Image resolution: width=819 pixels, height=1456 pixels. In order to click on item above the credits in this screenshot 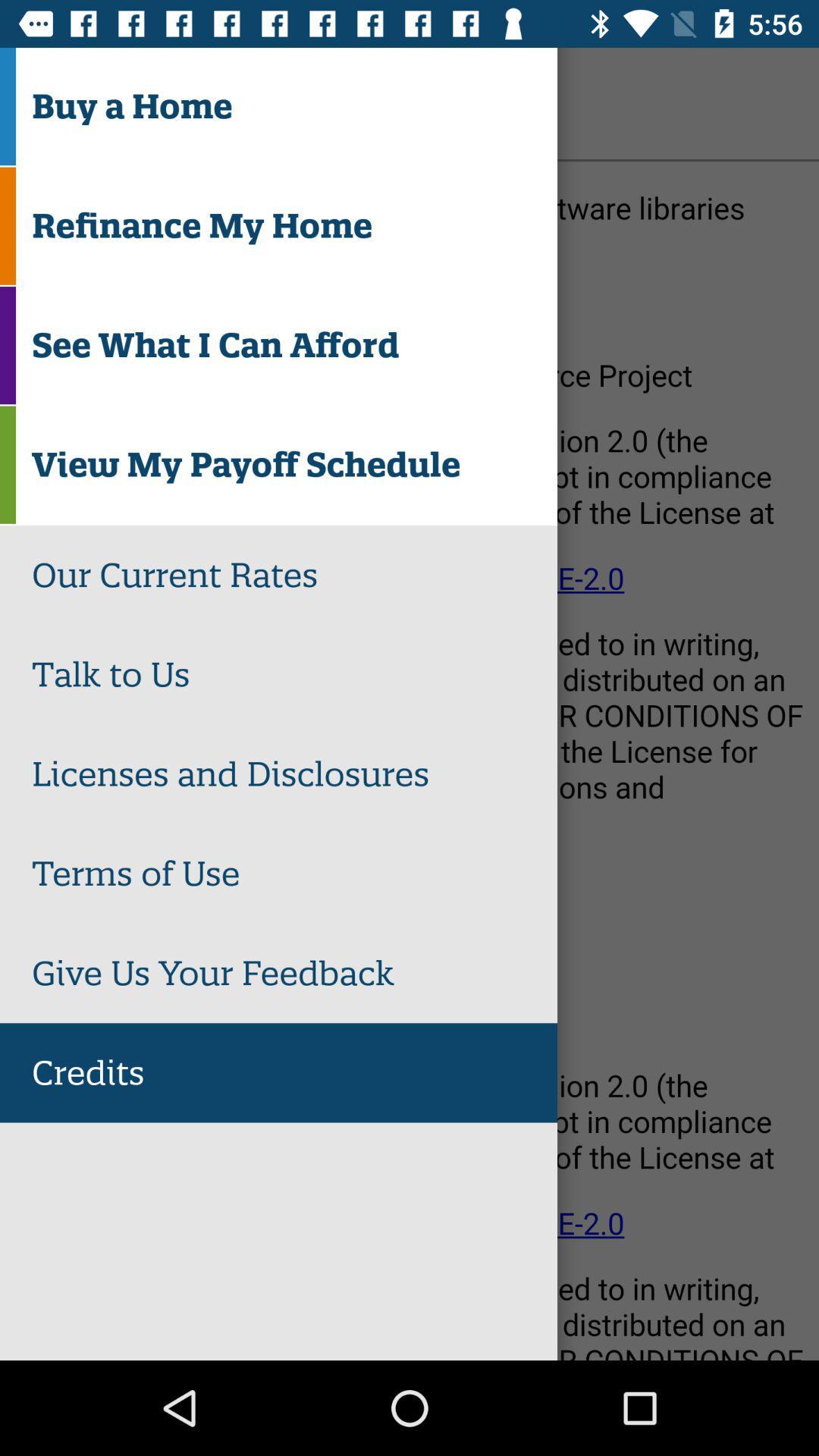, I will do `click(294, 973)`.